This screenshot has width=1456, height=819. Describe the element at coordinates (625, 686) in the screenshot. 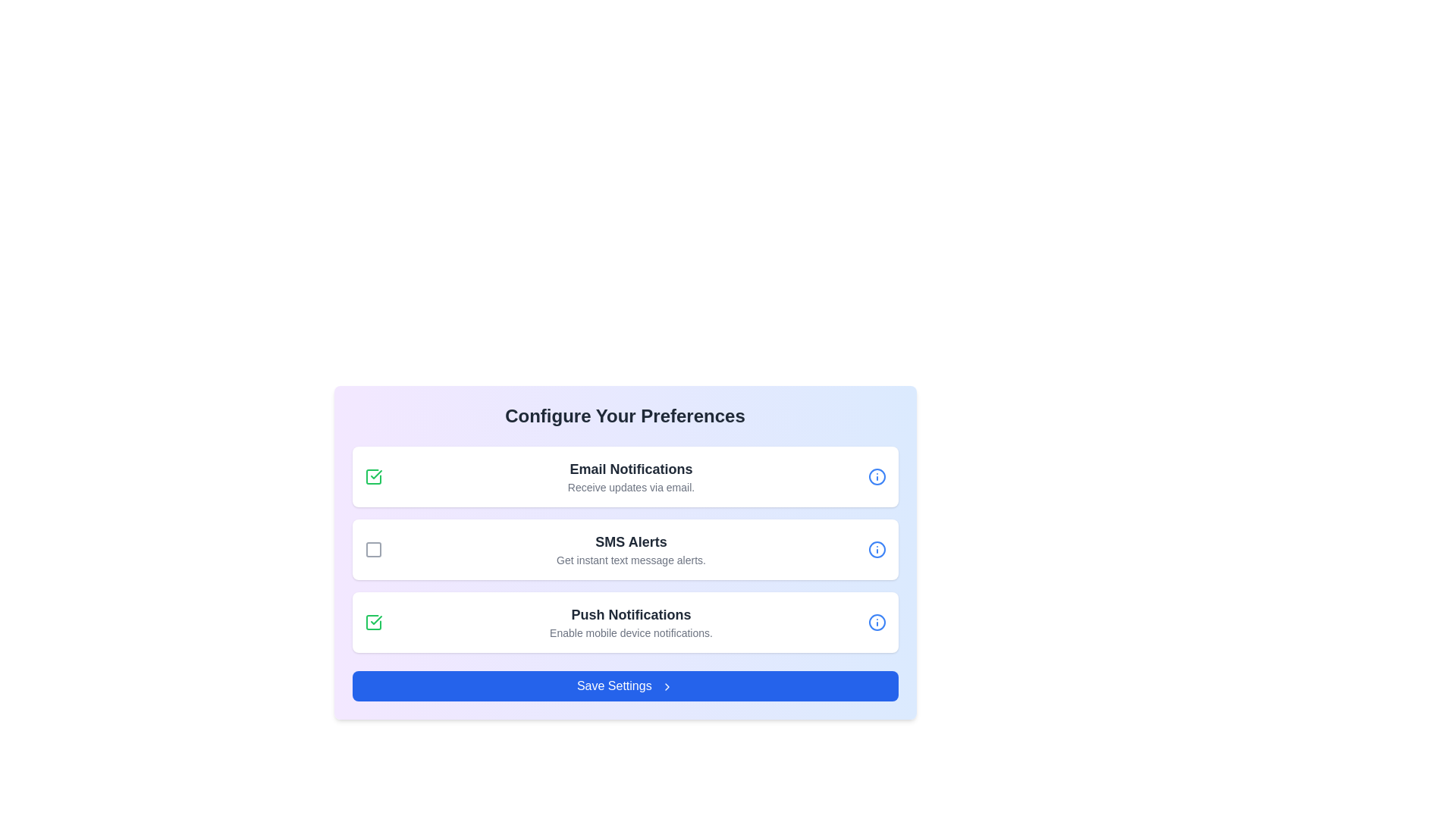

I see `the 'Save Settings' button, which has a vibrant blue background, white text, and a right-pointing arrow icon` at that location.